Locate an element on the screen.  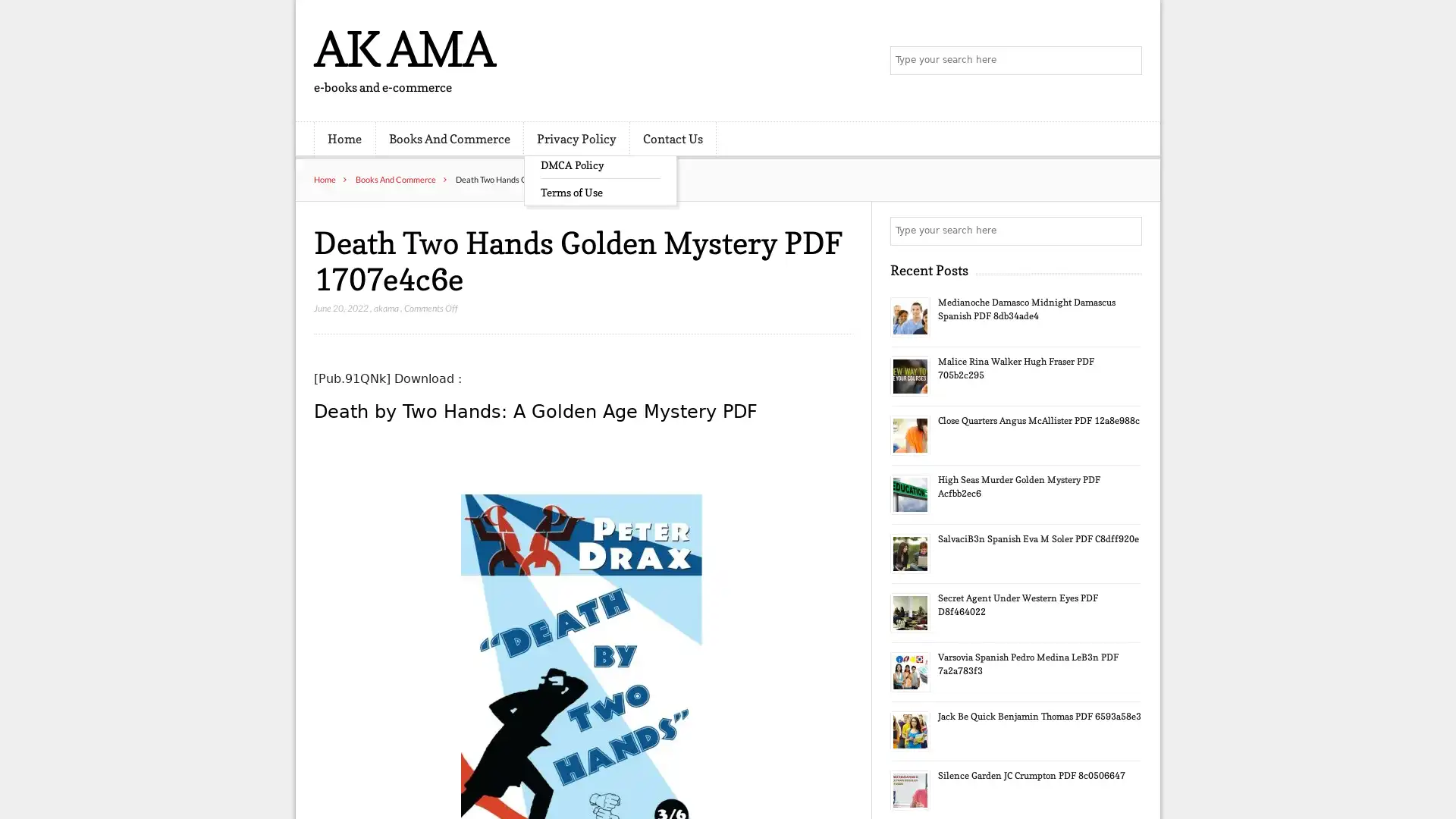
Search is located at coordinates (1126, 61).